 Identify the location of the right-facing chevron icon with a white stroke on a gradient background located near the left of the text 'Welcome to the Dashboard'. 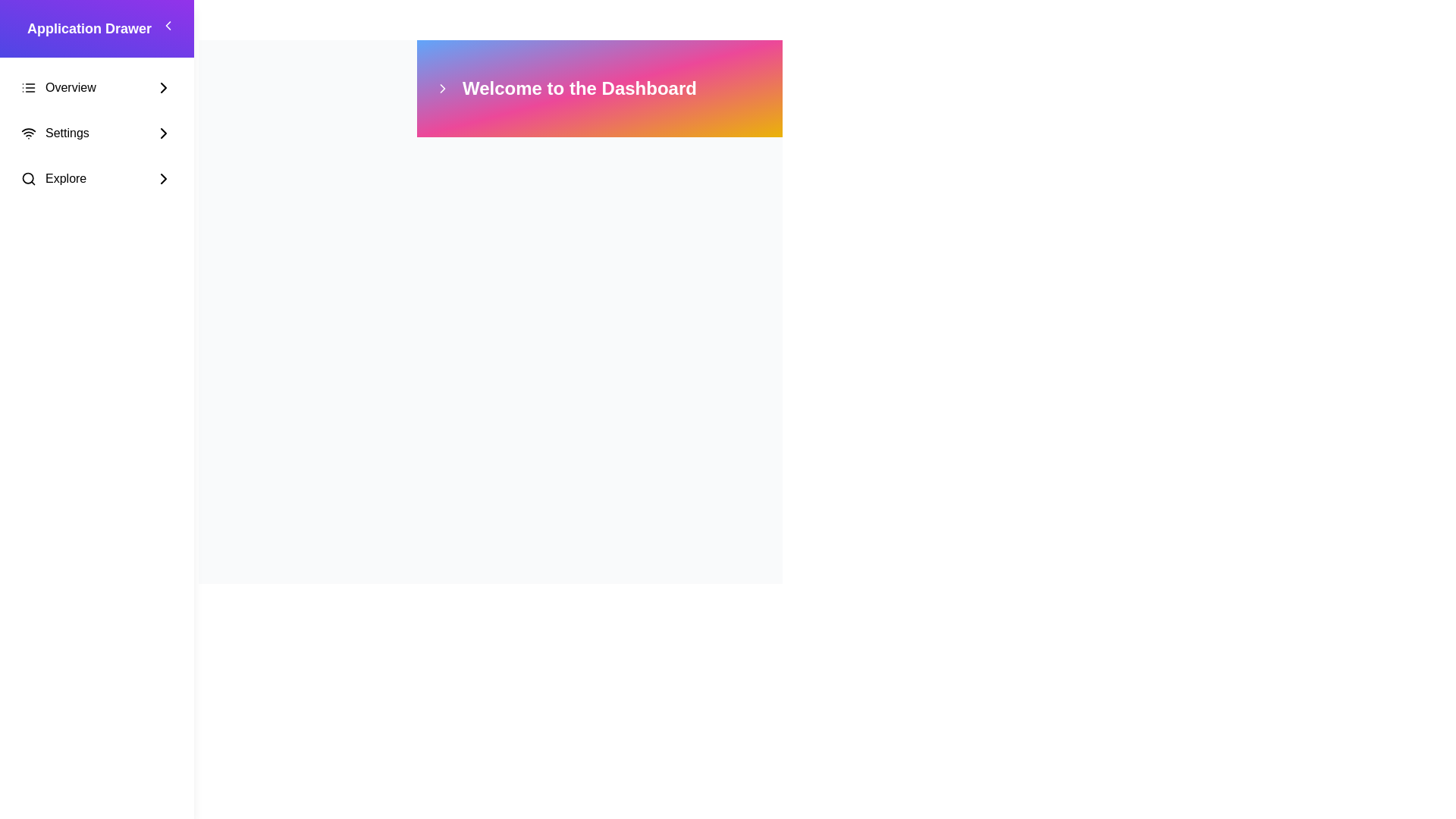
(442, 88).